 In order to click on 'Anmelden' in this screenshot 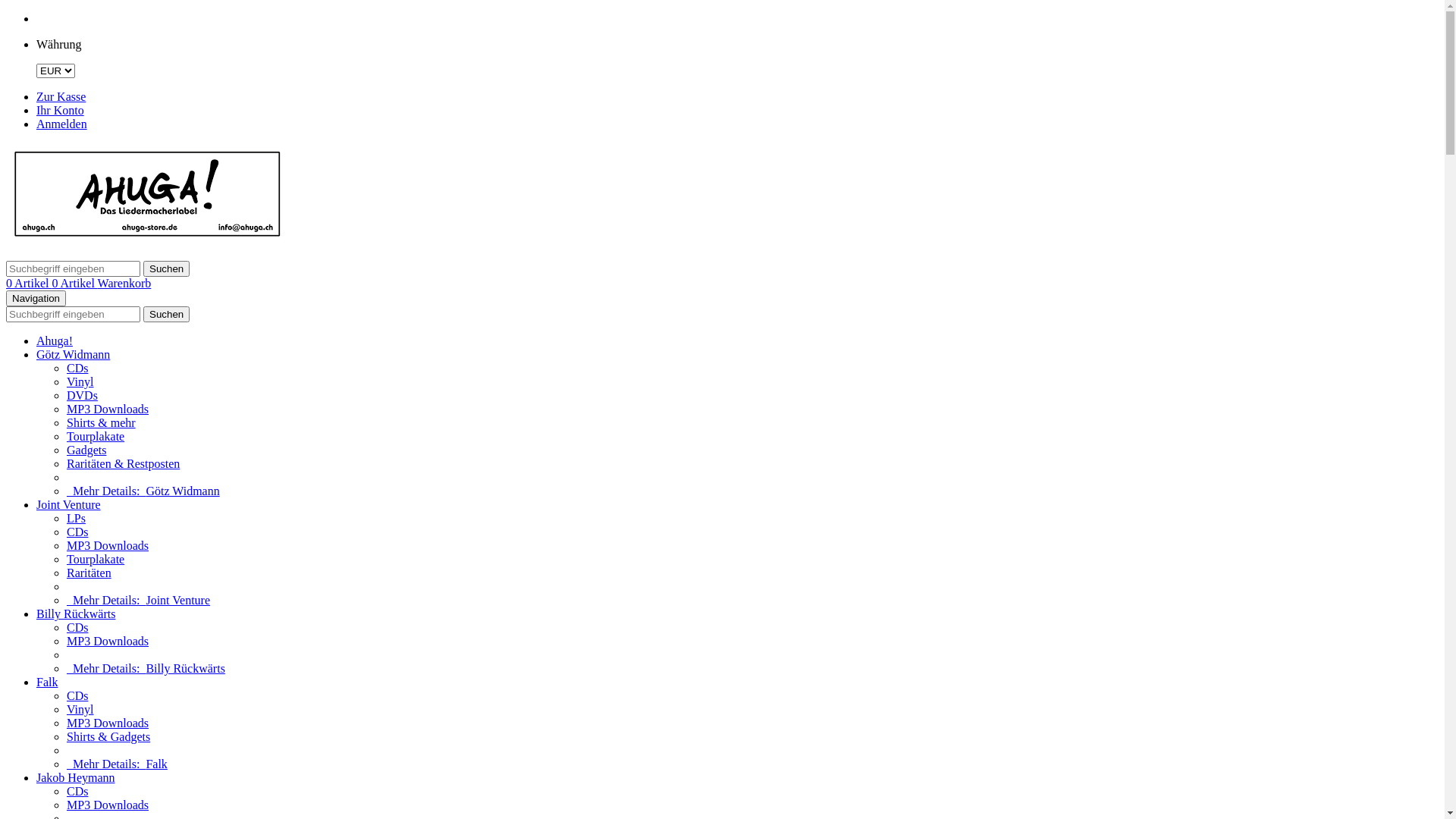, I will do `click(36, 123)`.